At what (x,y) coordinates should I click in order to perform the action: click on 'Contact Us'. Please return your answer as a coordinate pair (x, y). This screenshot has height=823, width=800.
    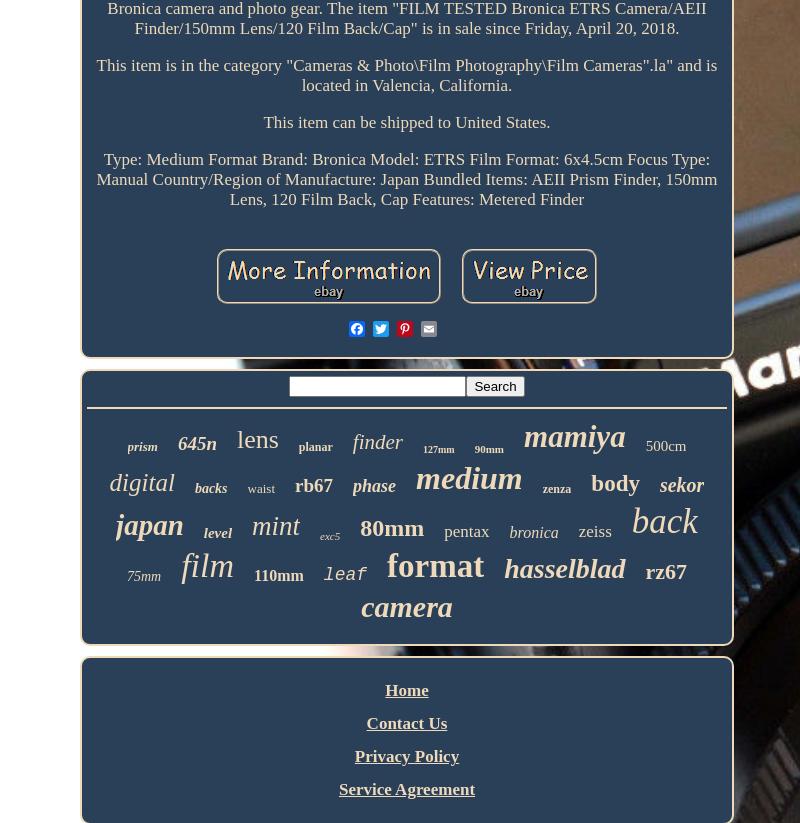
    Looking at the image, I should click on (406, 723).